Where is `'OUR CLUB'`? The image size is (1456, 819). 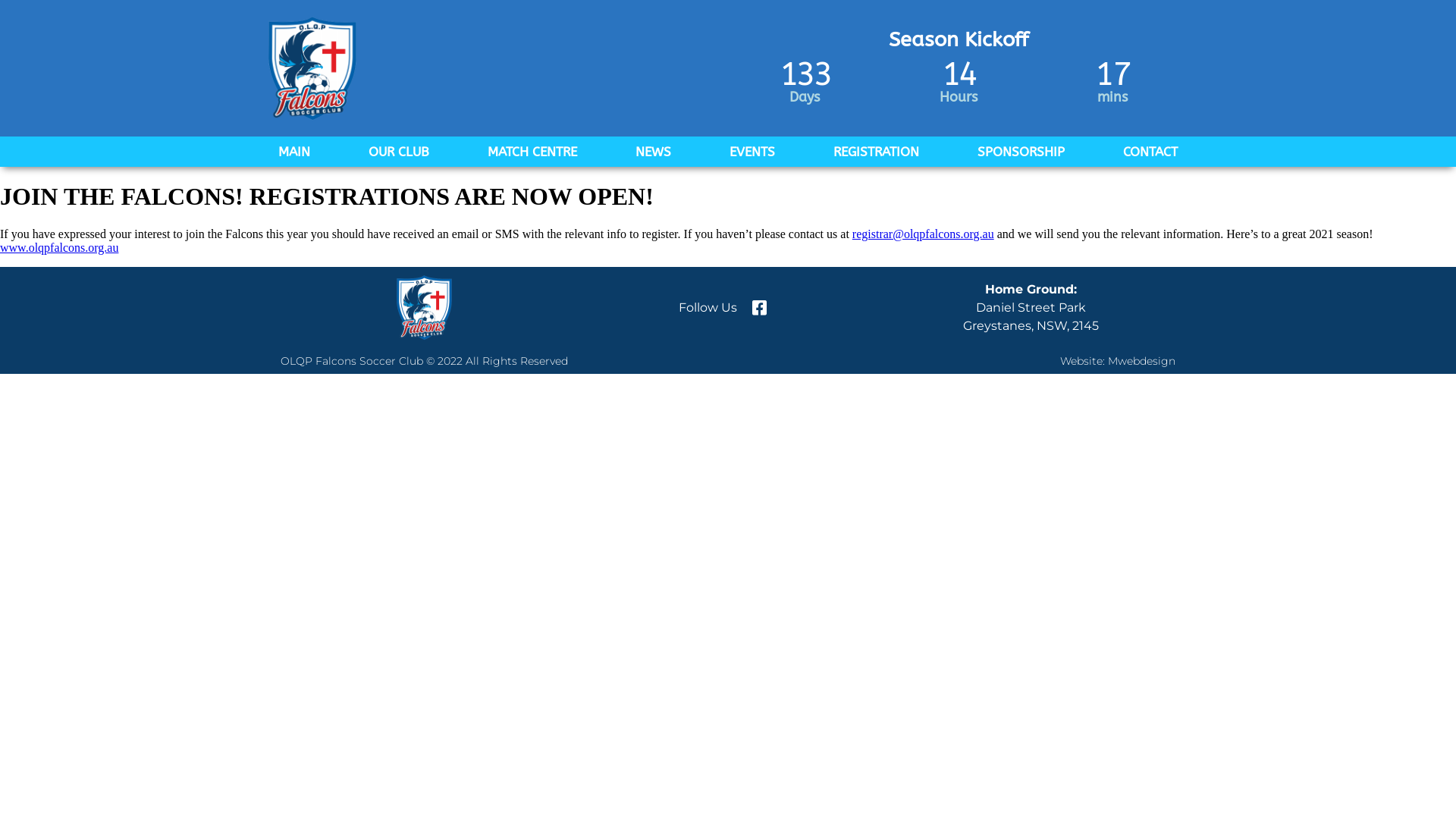
'OUR CLUB' is located at coordinates (399, 152).